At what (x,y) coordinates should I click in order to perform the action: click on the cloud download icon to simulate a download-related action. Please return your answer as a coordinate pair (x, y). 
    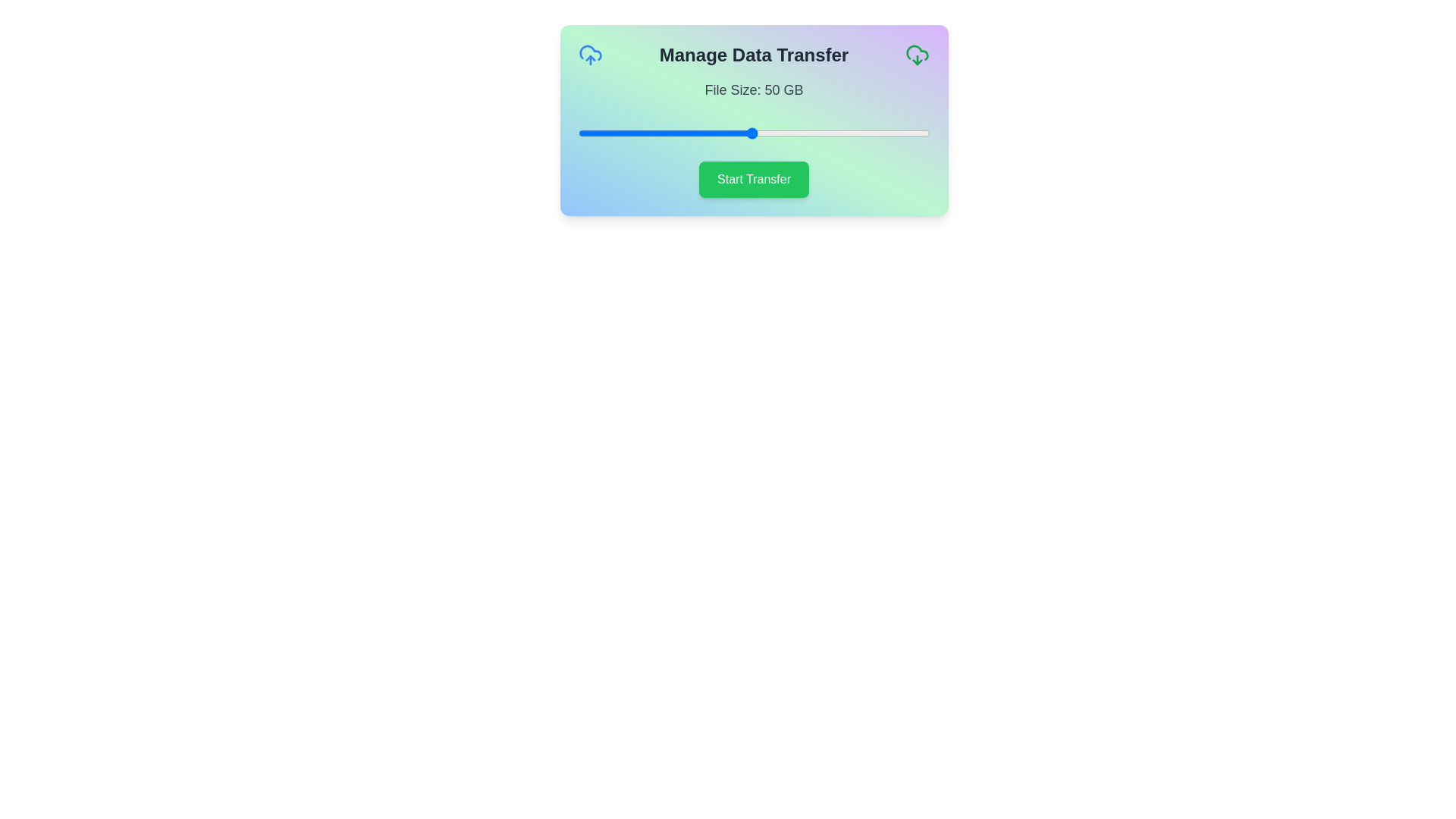
    Looking at the image, I should click on (917, 55).